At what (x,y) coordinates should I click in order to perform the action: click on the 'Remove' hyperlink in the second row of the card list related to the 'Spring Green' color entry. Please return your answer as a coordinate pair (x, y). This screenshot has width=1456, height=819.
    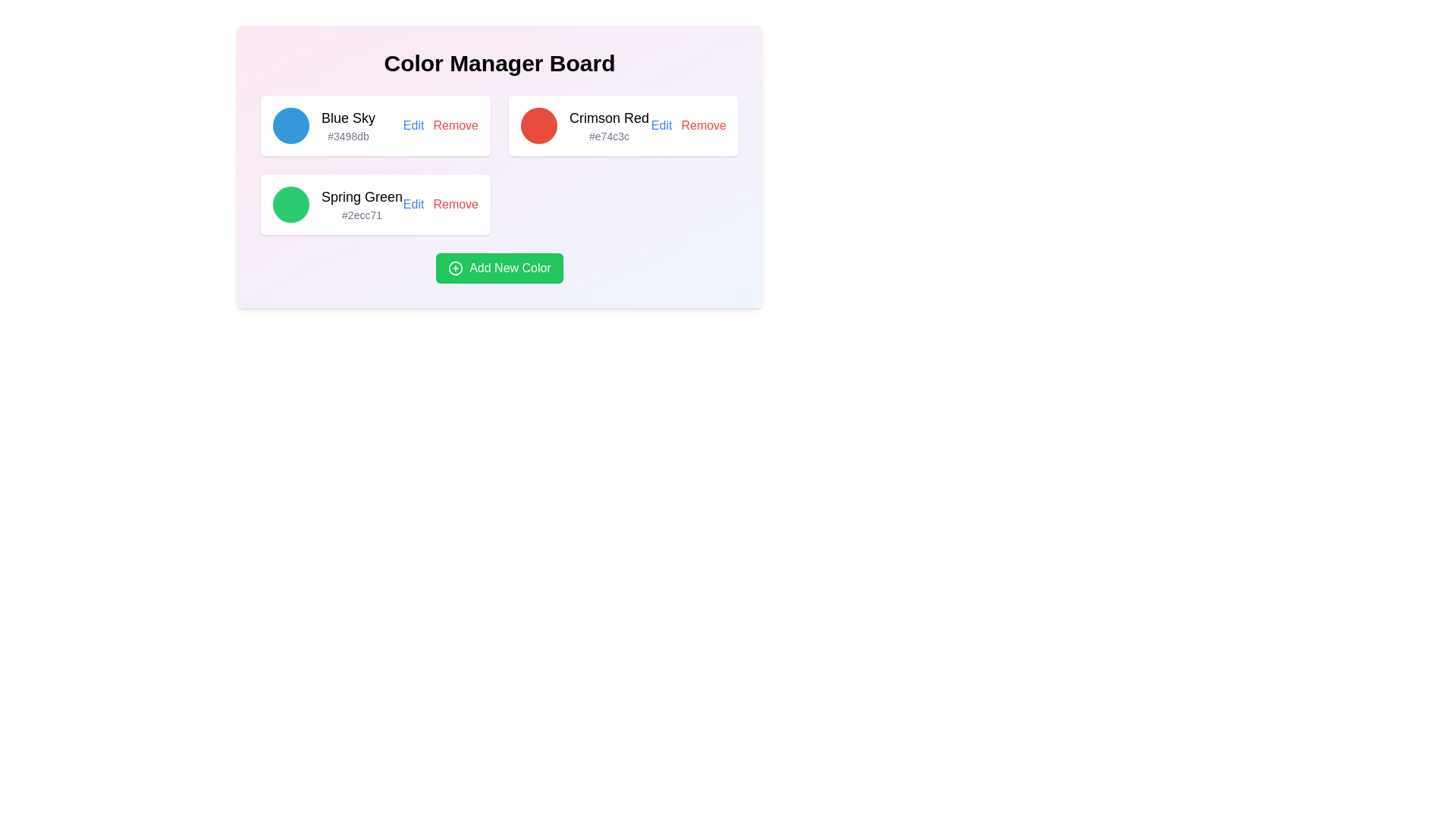
    Looking at the image, I should click on (455, 205).